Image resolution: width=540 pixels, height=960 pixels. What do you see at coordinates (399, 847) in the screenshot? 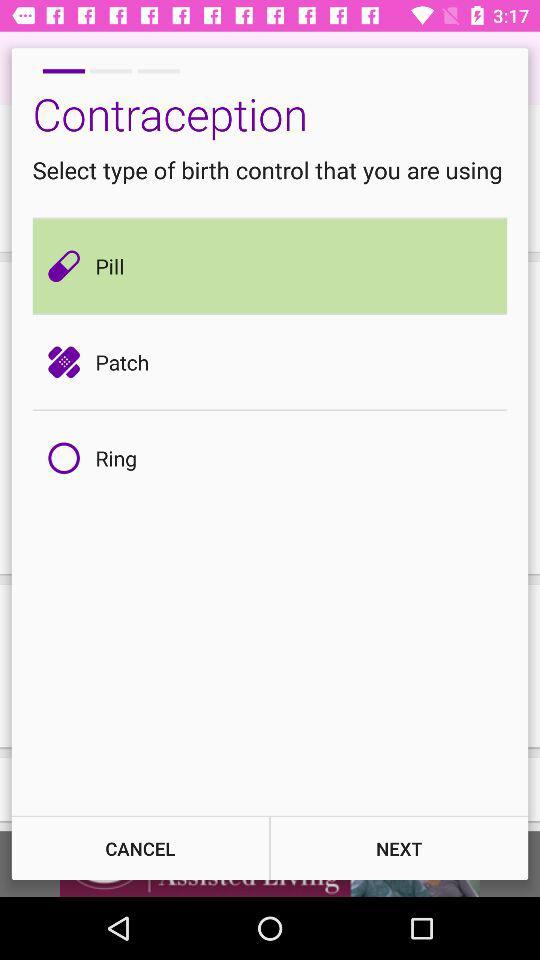
I see `the icon at the bottom right corner` at bounding box center [399, 847].